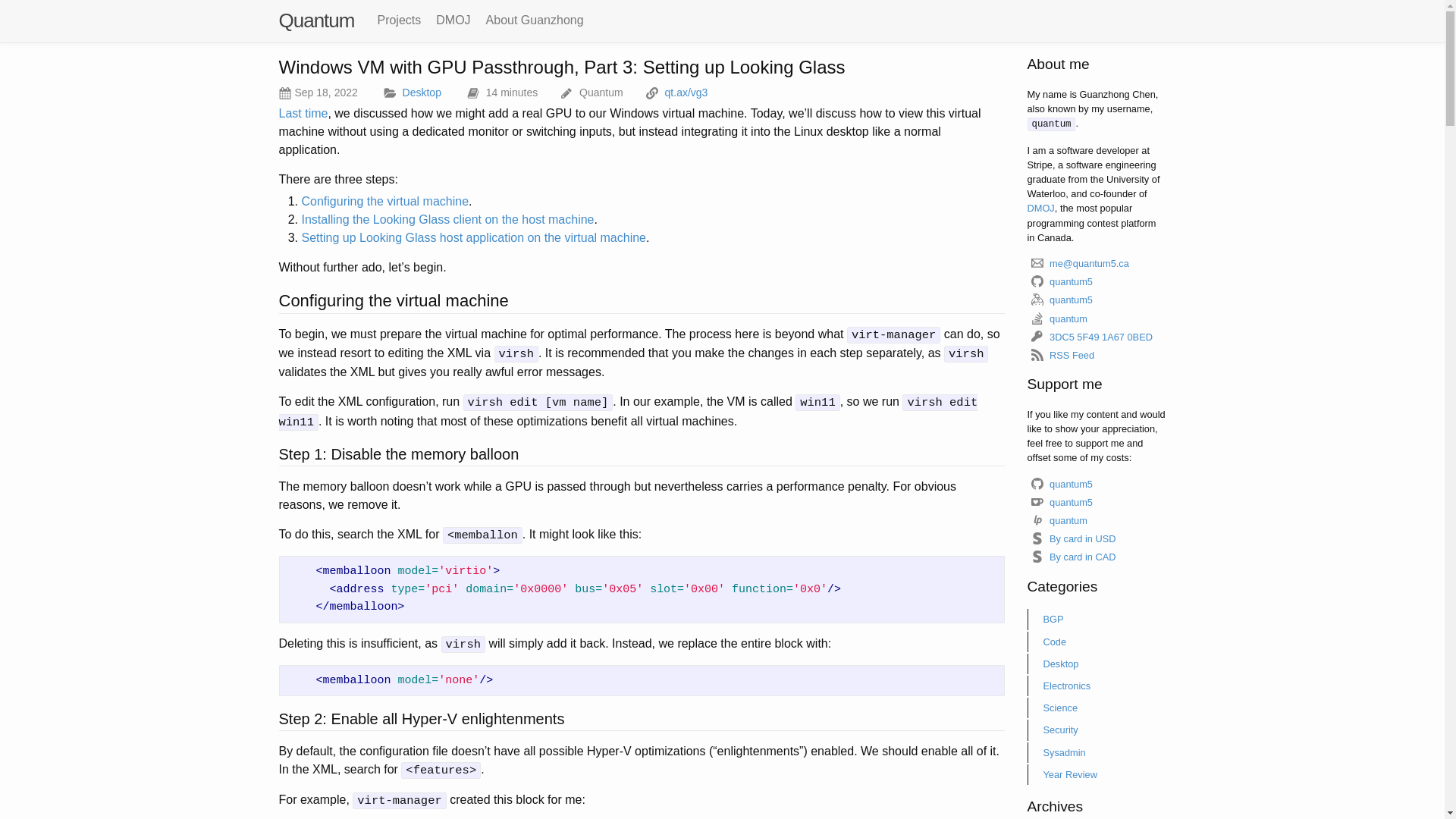  I want to click on 'RSS Feed', so click(1026, 355).